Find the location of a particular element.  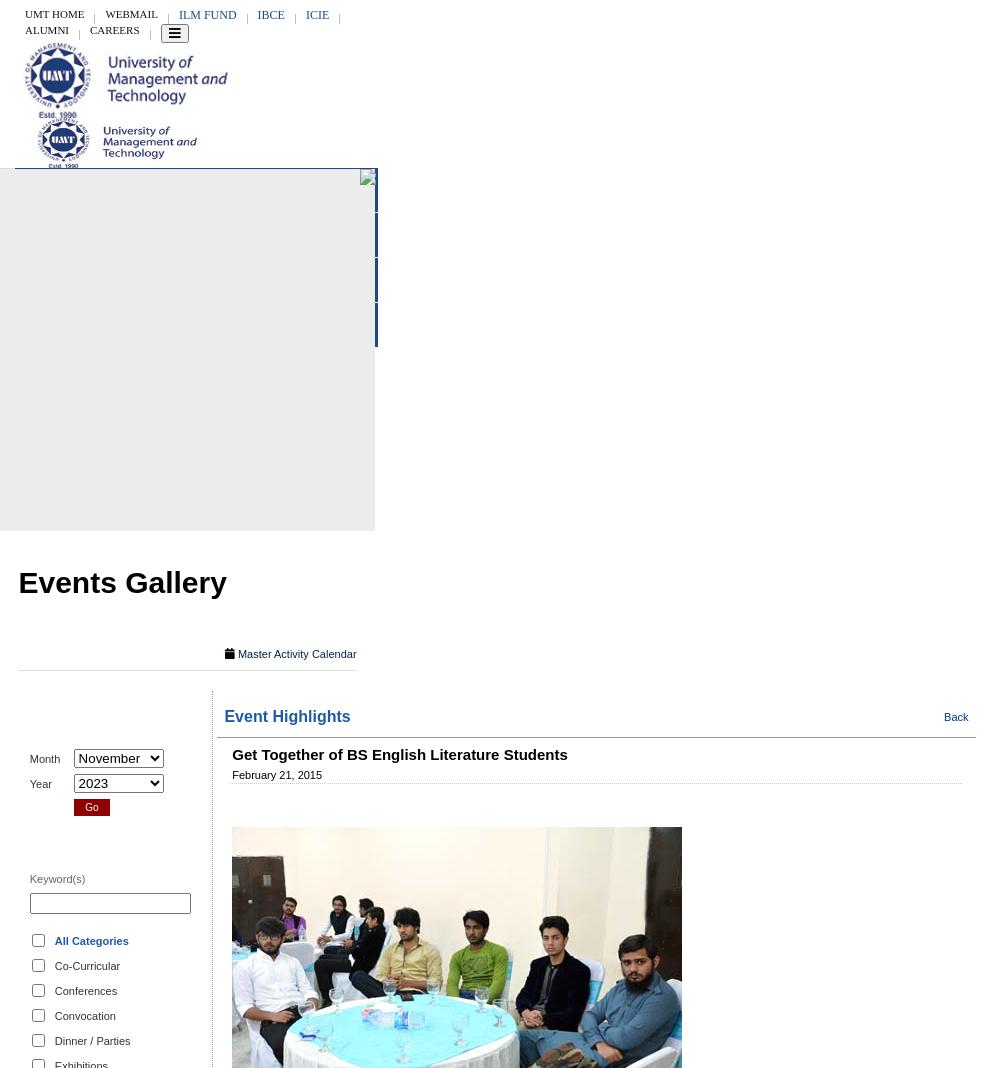

'Convocation' is located at coordinates (83, 1015).